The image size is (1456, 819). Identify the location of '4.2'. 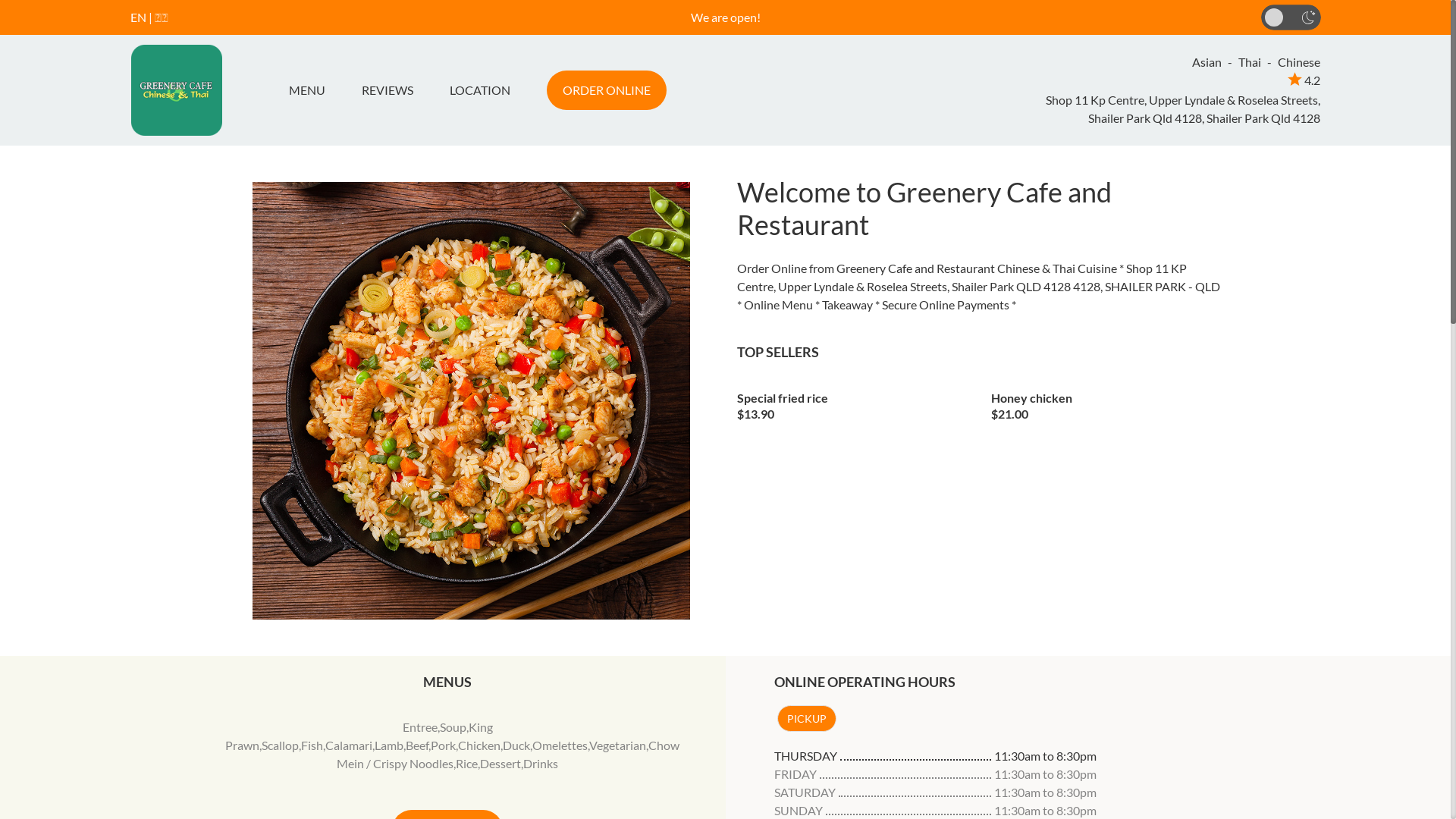
(1303, 80).